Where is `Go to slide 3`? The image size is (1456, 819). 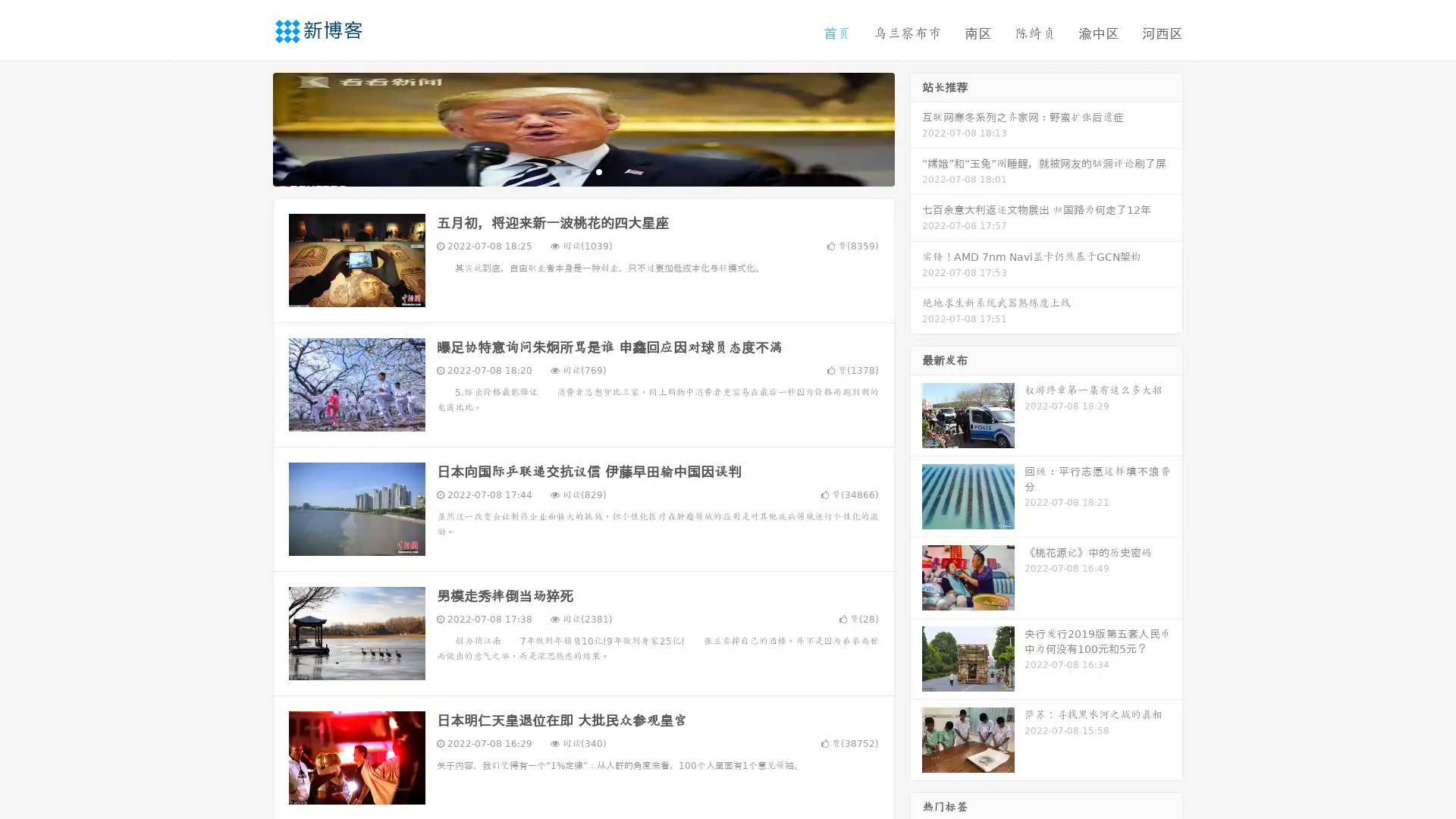
Go to slide 3 is located at coordinates (598, 171).